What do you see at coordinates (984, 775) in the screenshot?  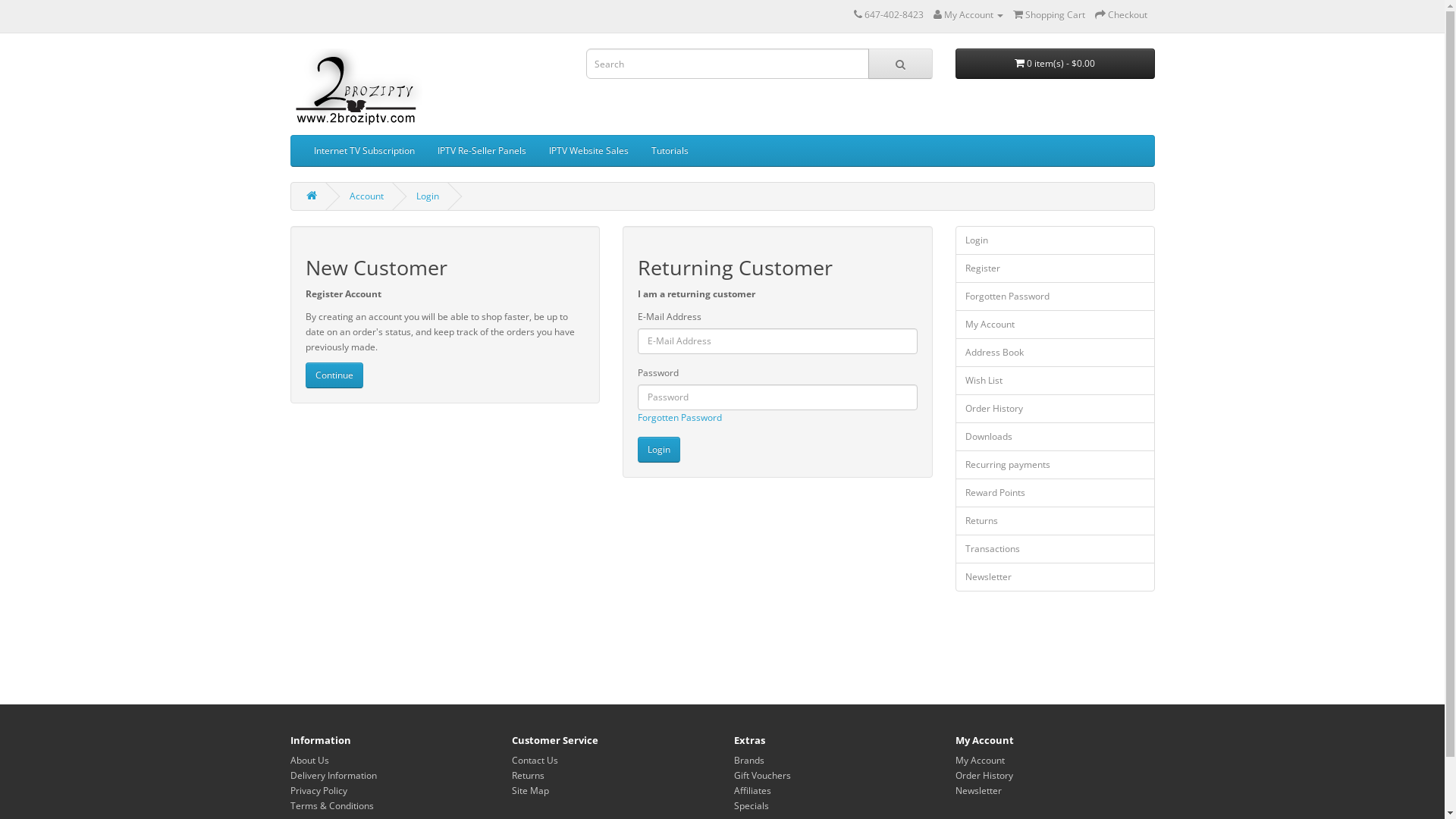 I see `'Order History'` at bounding box center [984, 775].